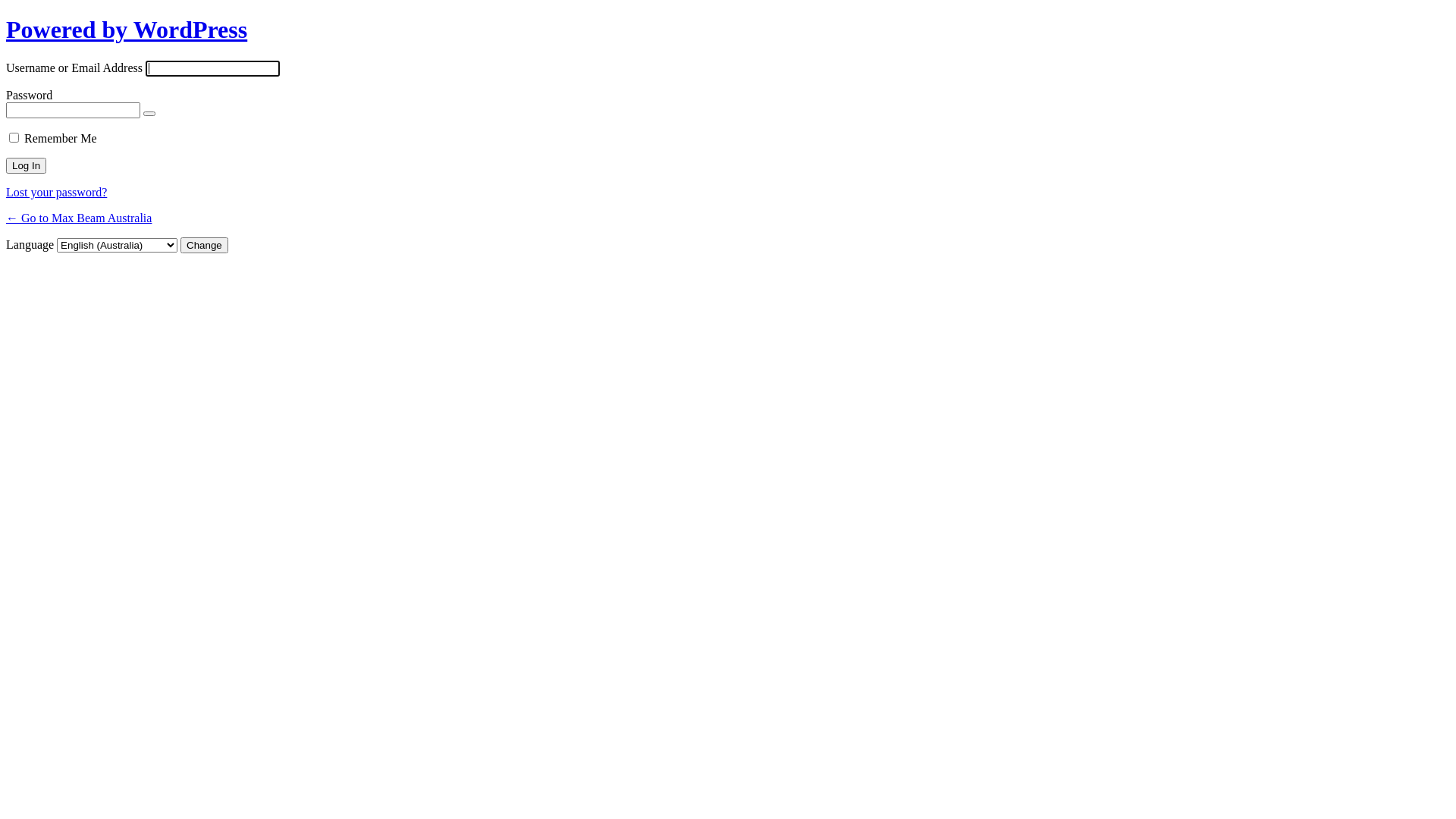 The height and width of the screenshot is (819, 1456). What do you see at coordinates (203, 244) in the screenshot?
I see `'Change'` at bounding box center [203, 244].